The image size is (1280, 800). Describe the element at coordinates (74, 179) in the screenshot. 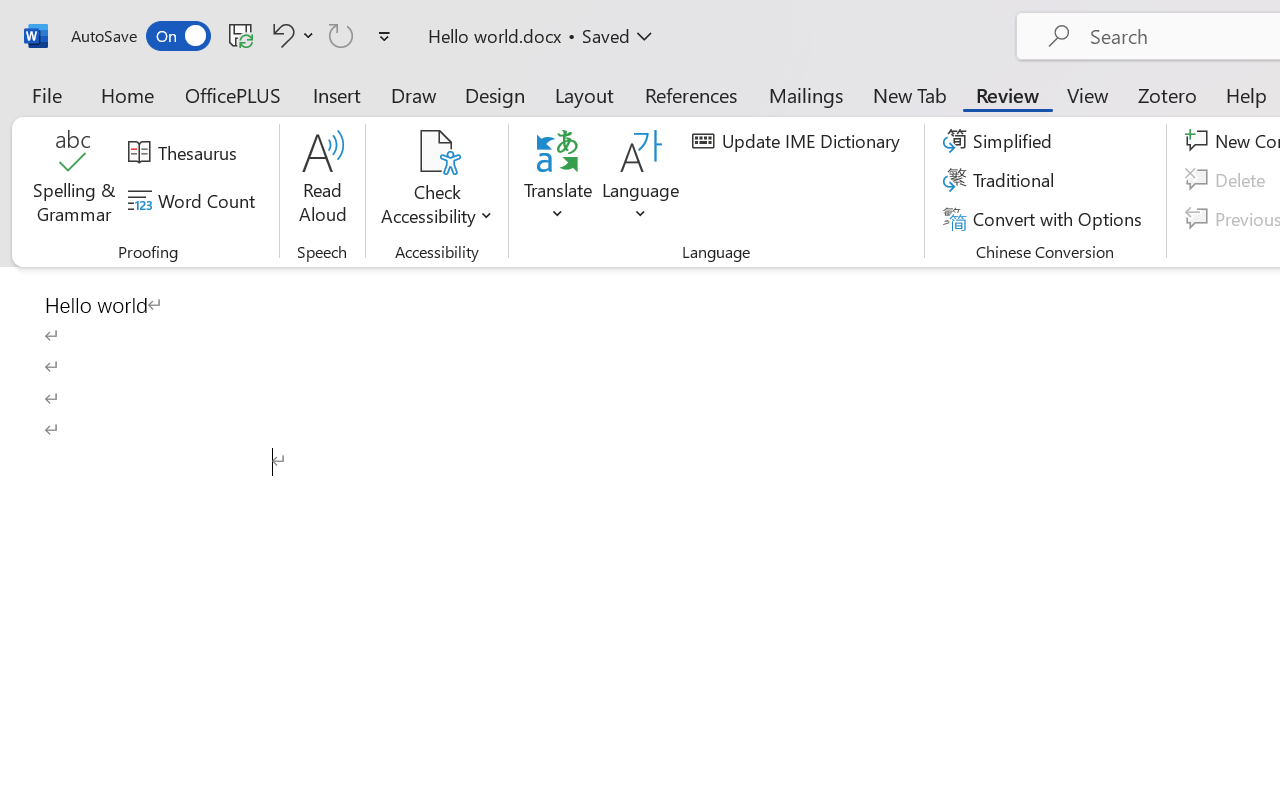

I see `'Spelling & Grammar'` at that location.